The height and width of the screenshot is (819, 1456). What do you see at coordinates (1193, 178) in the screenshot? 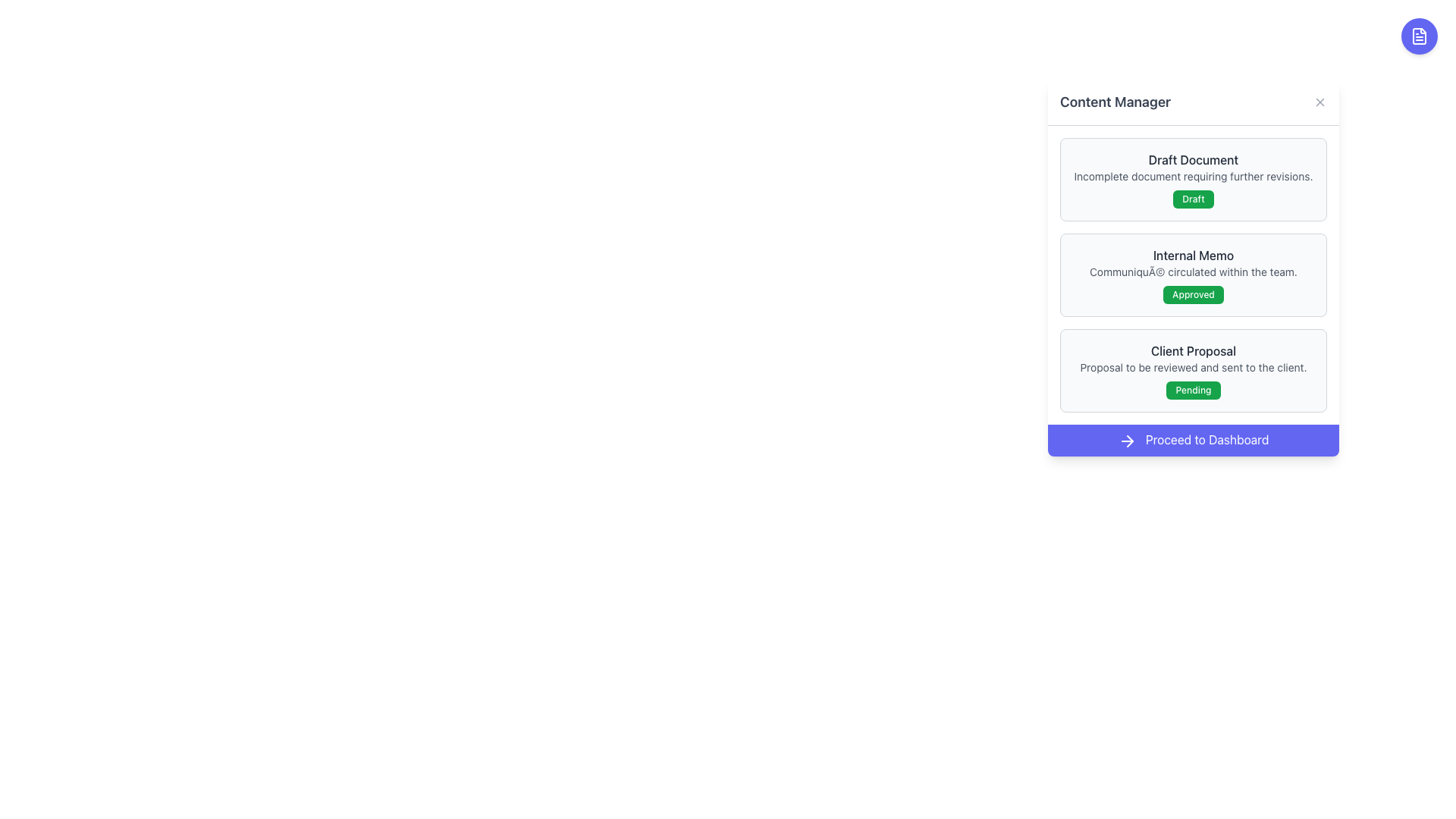
I see `the Informational card that displays the status and brief description of a document in draft state, positioned above 'Internal Memo' and 'Client Proposal' sections` at bounding box center [1193, 178].